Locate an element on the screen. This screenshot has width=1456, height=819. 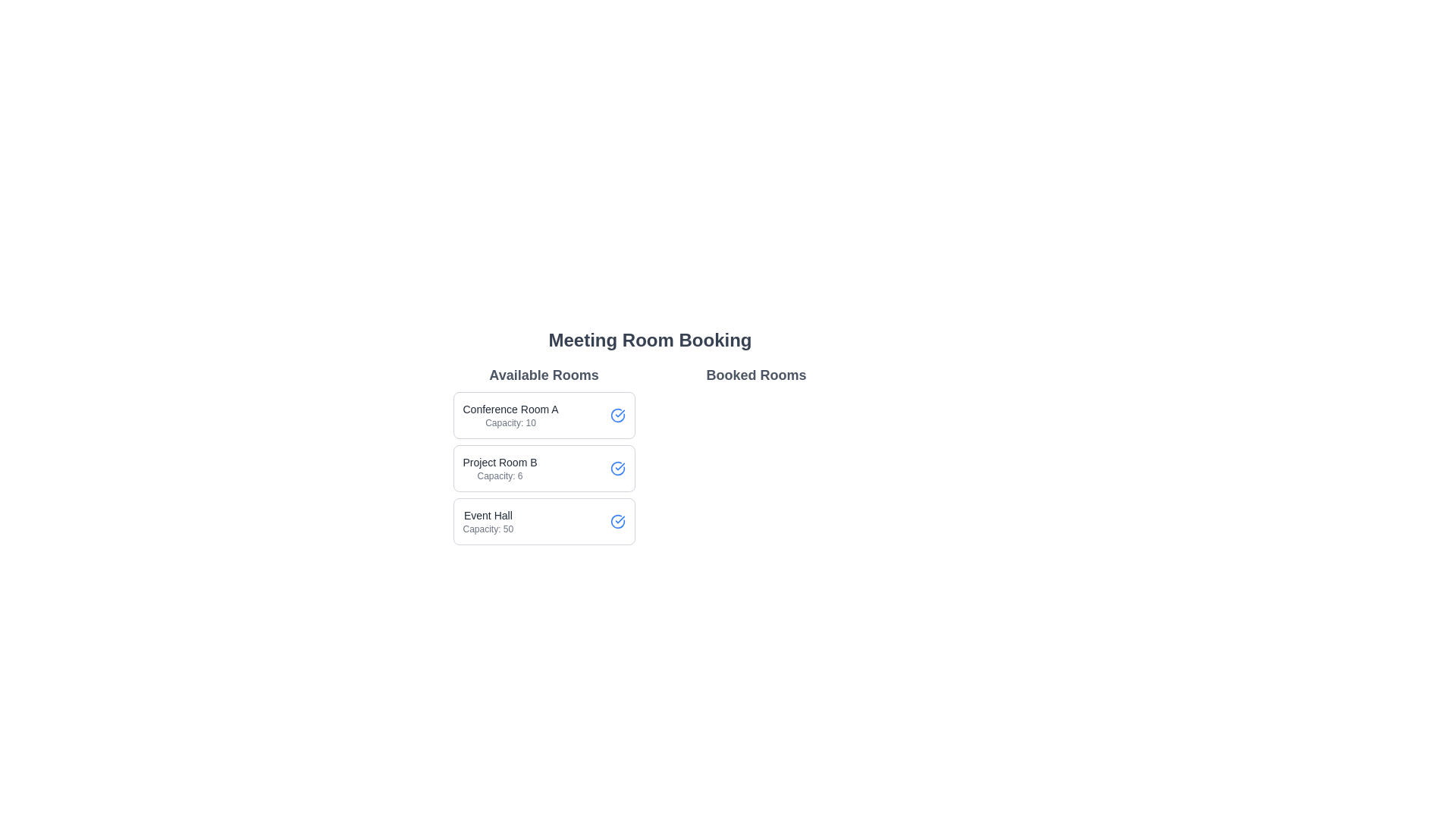
the Text header that labels the list of available rooms, located above 'Conference Room A' and to the left of 'Booked Rooms' is located at coordinates (544, 375).